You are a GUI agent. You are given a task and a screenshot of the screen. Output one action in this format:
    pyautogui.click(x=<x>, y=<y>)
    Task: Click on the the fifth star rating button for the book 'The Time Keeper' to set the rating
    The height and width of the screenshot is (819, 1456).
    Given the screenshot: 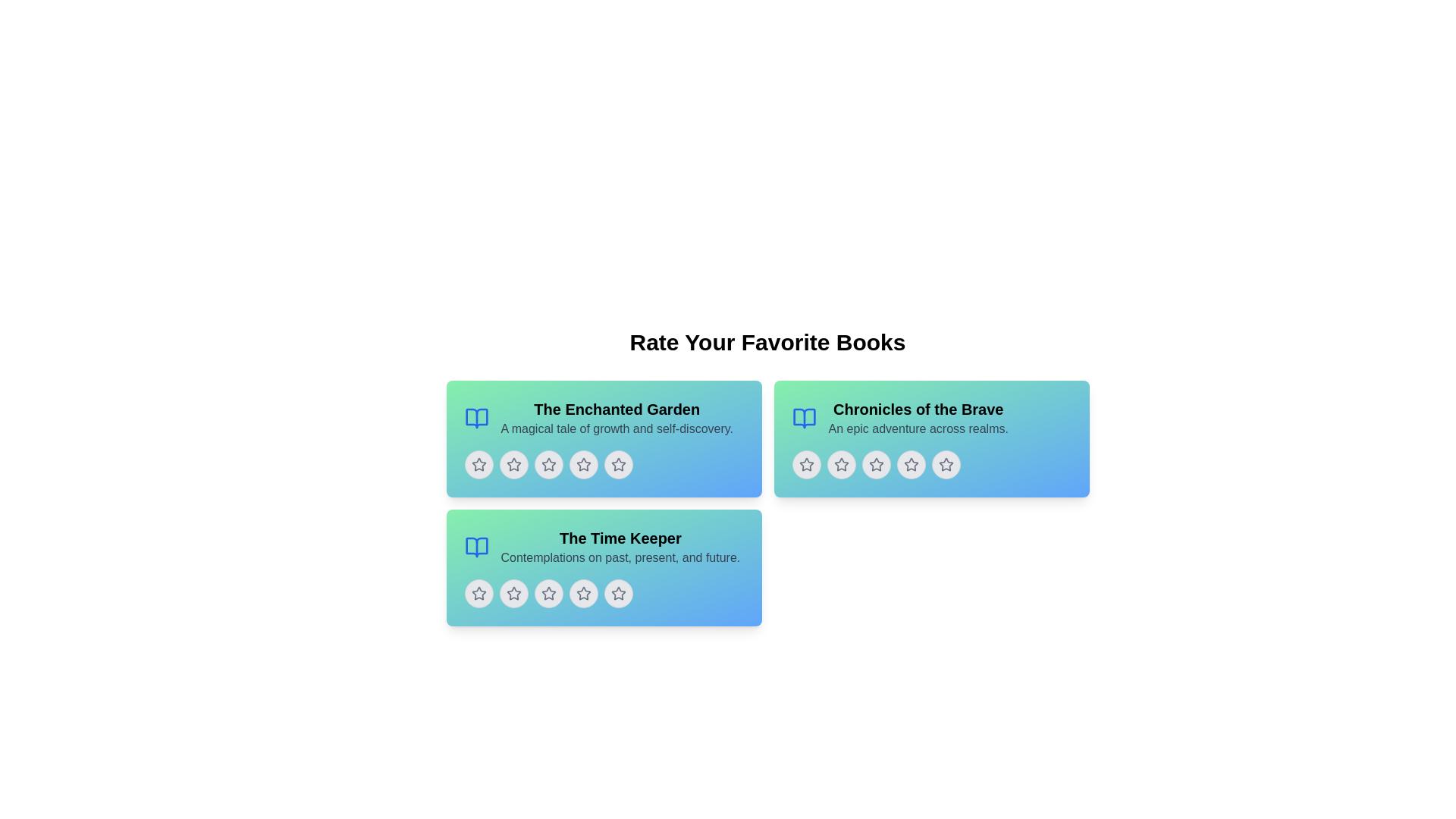 What is the action you would take?
    pyautogui.click(x=618, y=593)
    